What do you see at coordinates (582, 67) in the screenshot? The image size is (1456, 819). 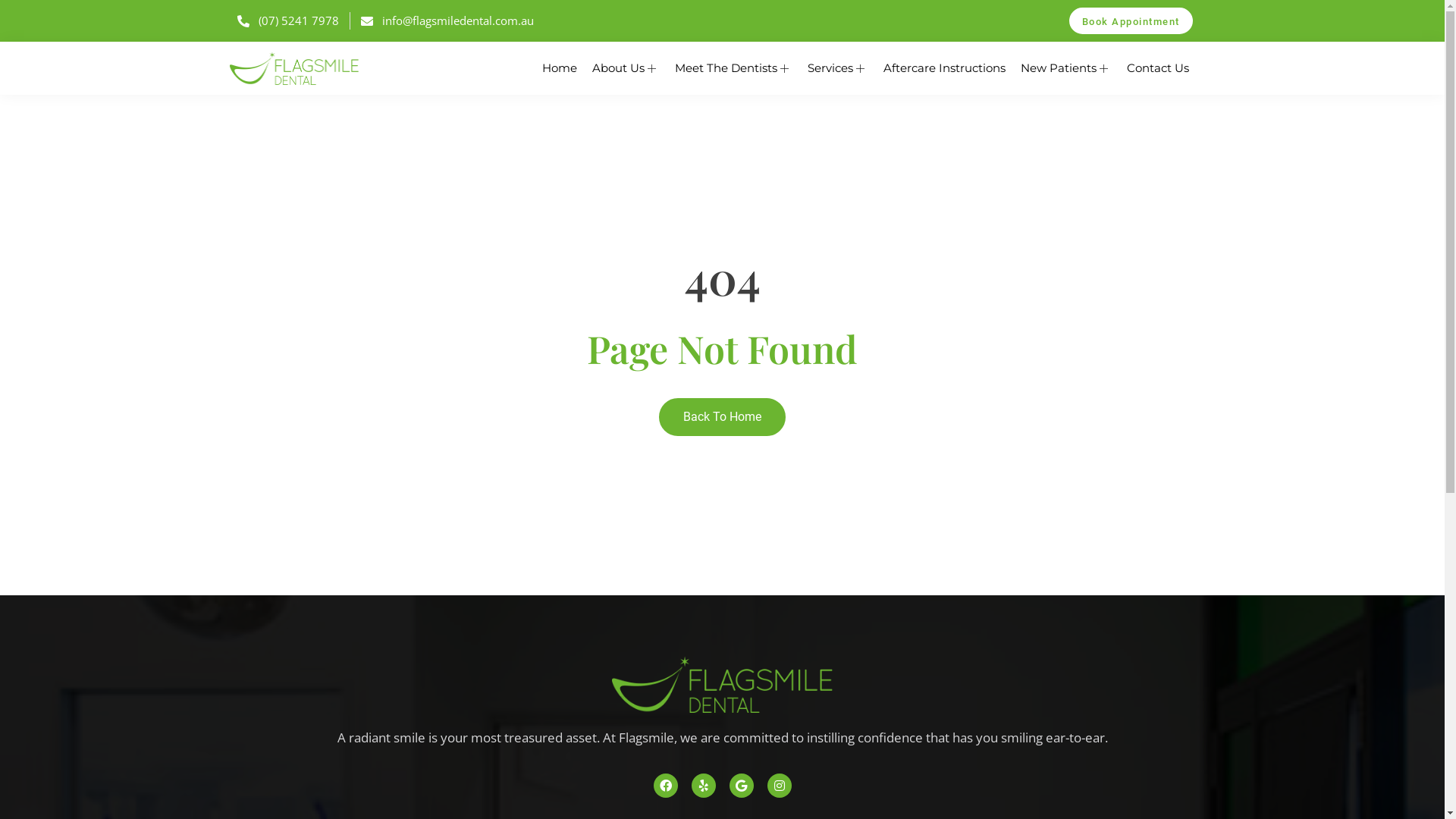 I see `'About Us'` at bounding box center [582, 67].